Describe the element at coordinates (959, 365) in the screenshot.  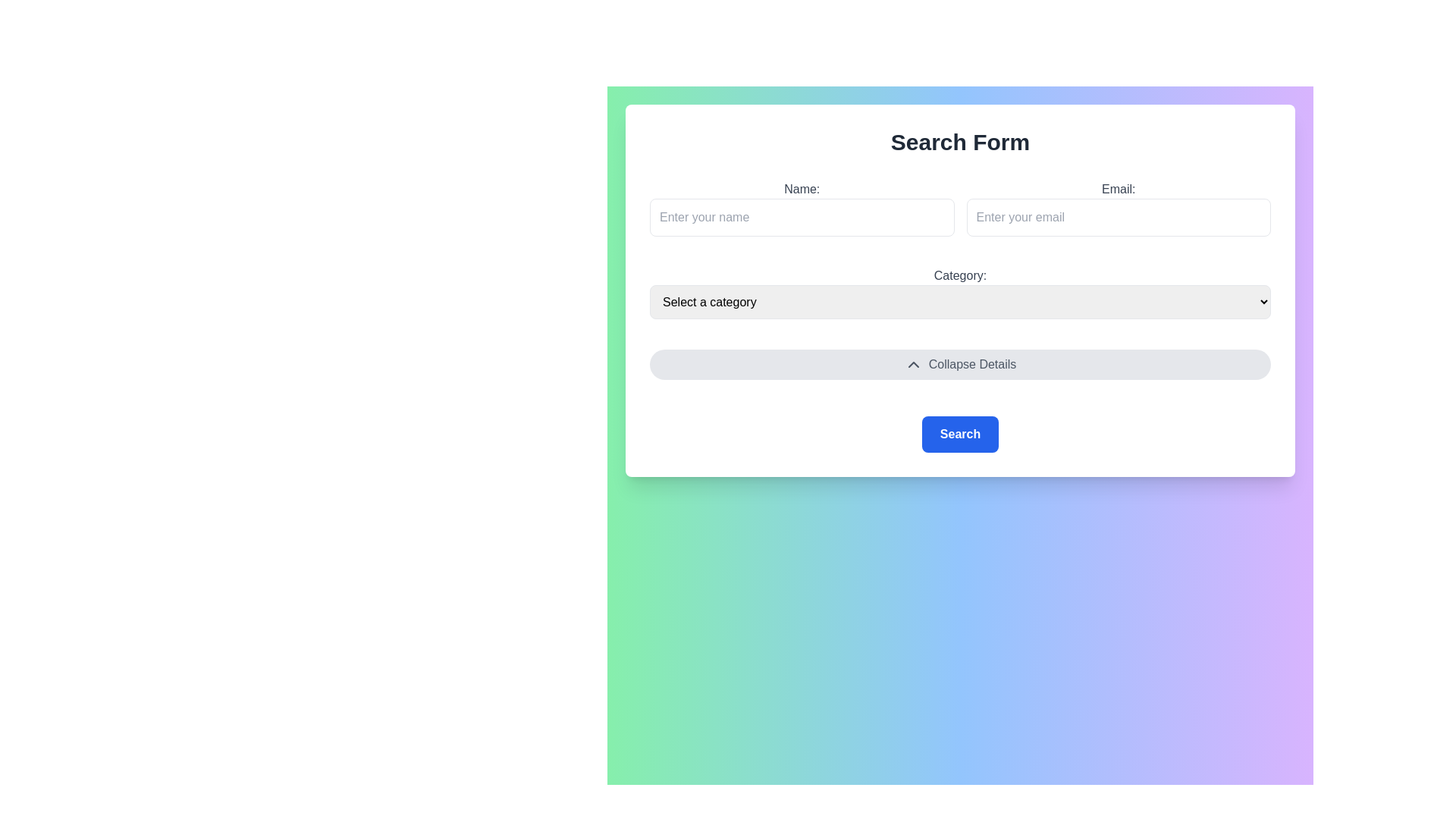
I see `the 'Collapse Details' button, which is a light gray rounded rectangle with a downward pointing arrow icon, located horizontally centered between the 'Category' dropdown and the 'Search' button` at that location.